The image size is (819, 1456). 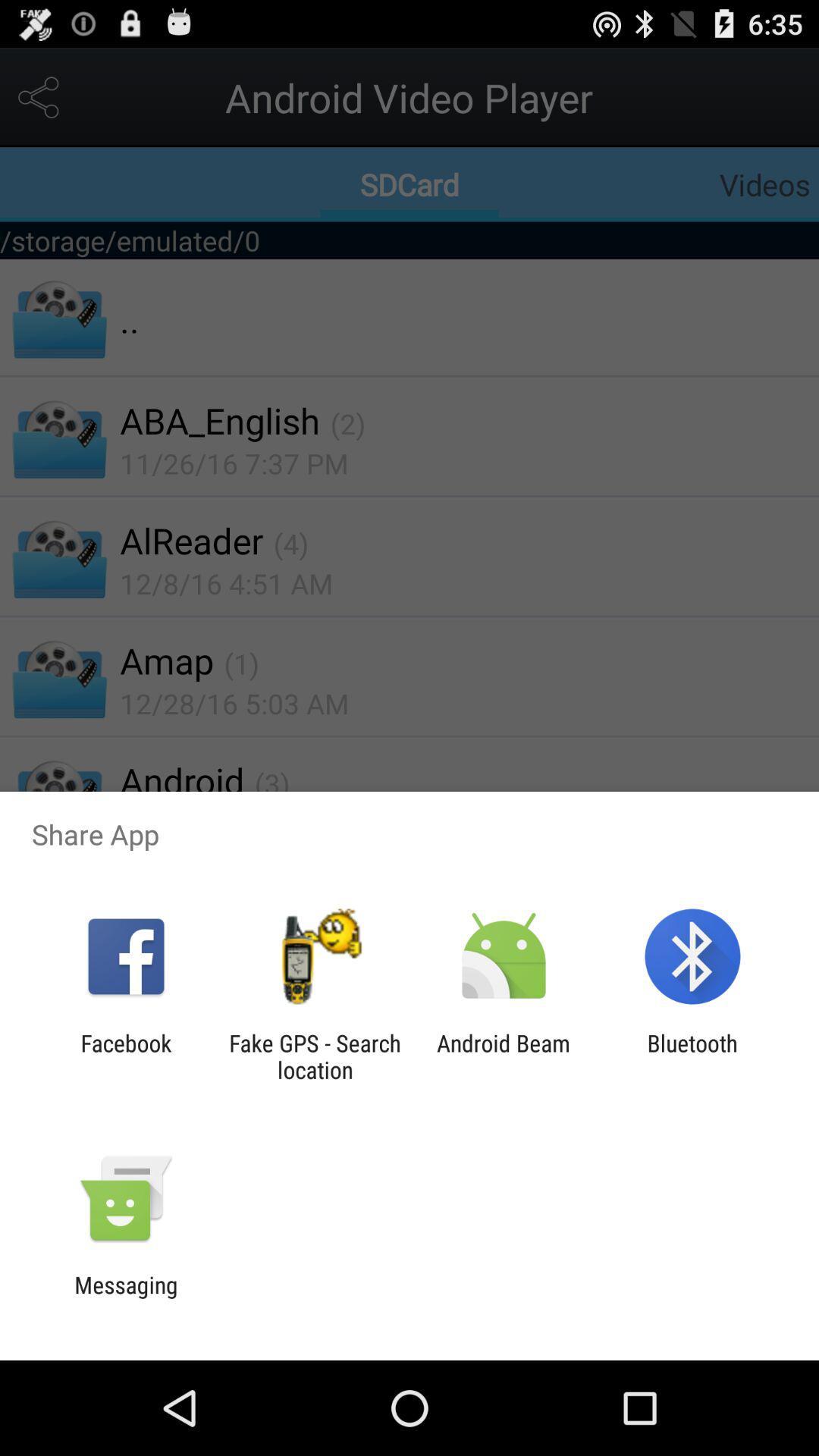 I want to click on the bluetooth at the bottom right corner, so click(x=692, y=1056).